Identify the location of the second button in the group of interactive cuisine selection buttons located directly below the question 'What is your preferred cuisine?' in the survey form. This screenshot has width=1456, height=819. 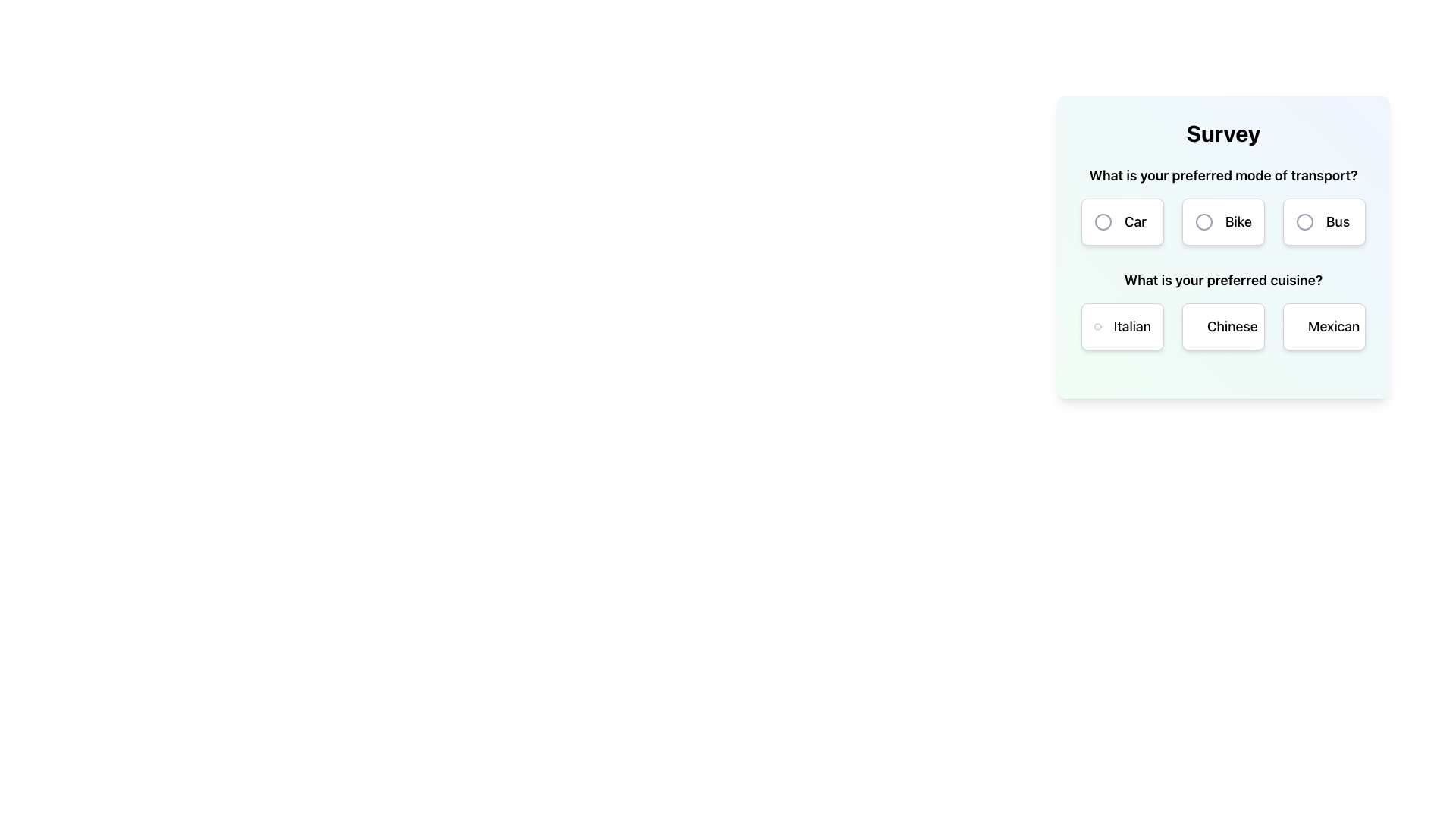
(1223, 326).